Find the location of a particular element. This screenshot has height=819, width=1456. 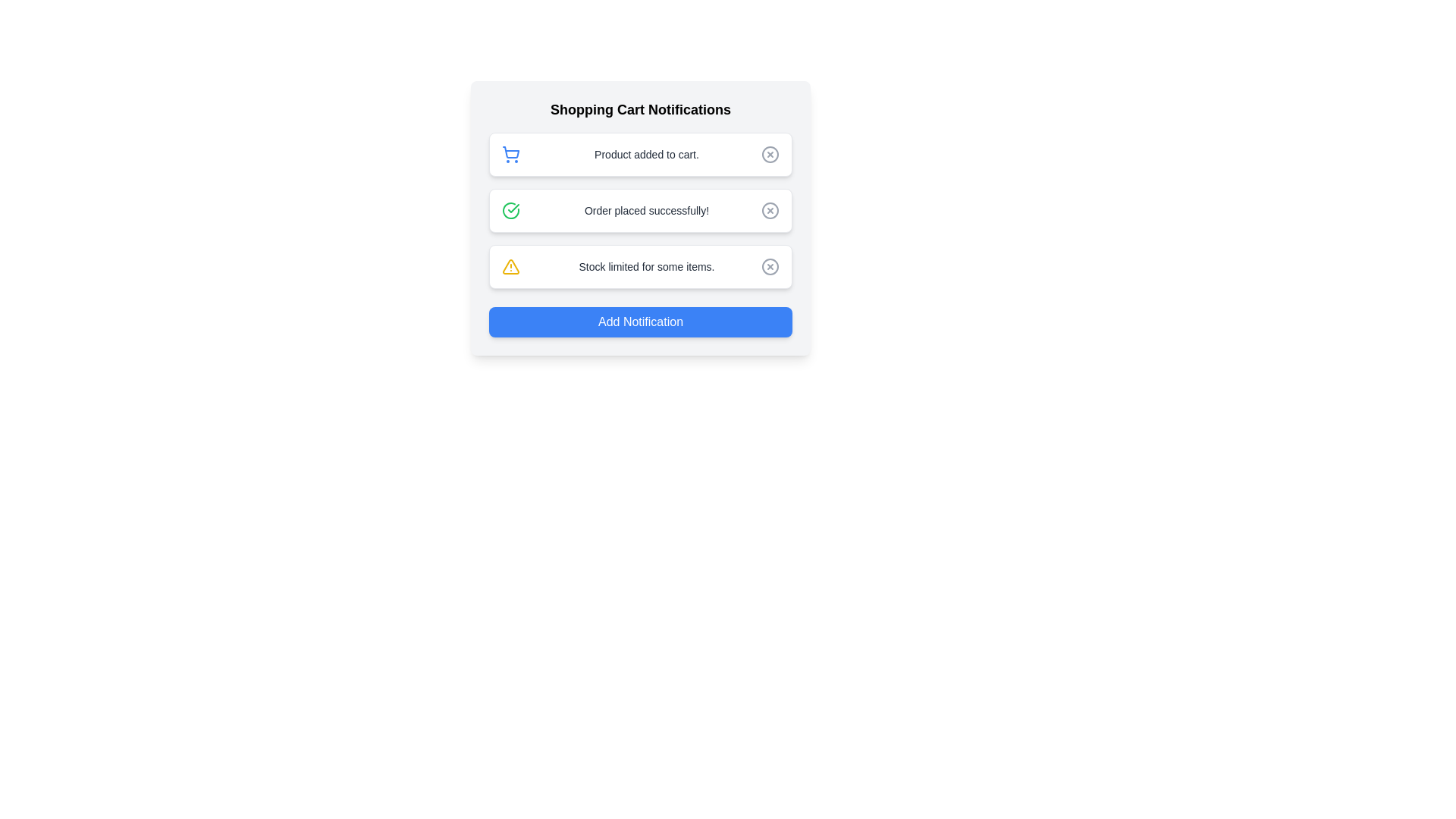

the static text label displaying 'Product added to cart.' that is located in the notification panel is located at coordinates (647, 155).